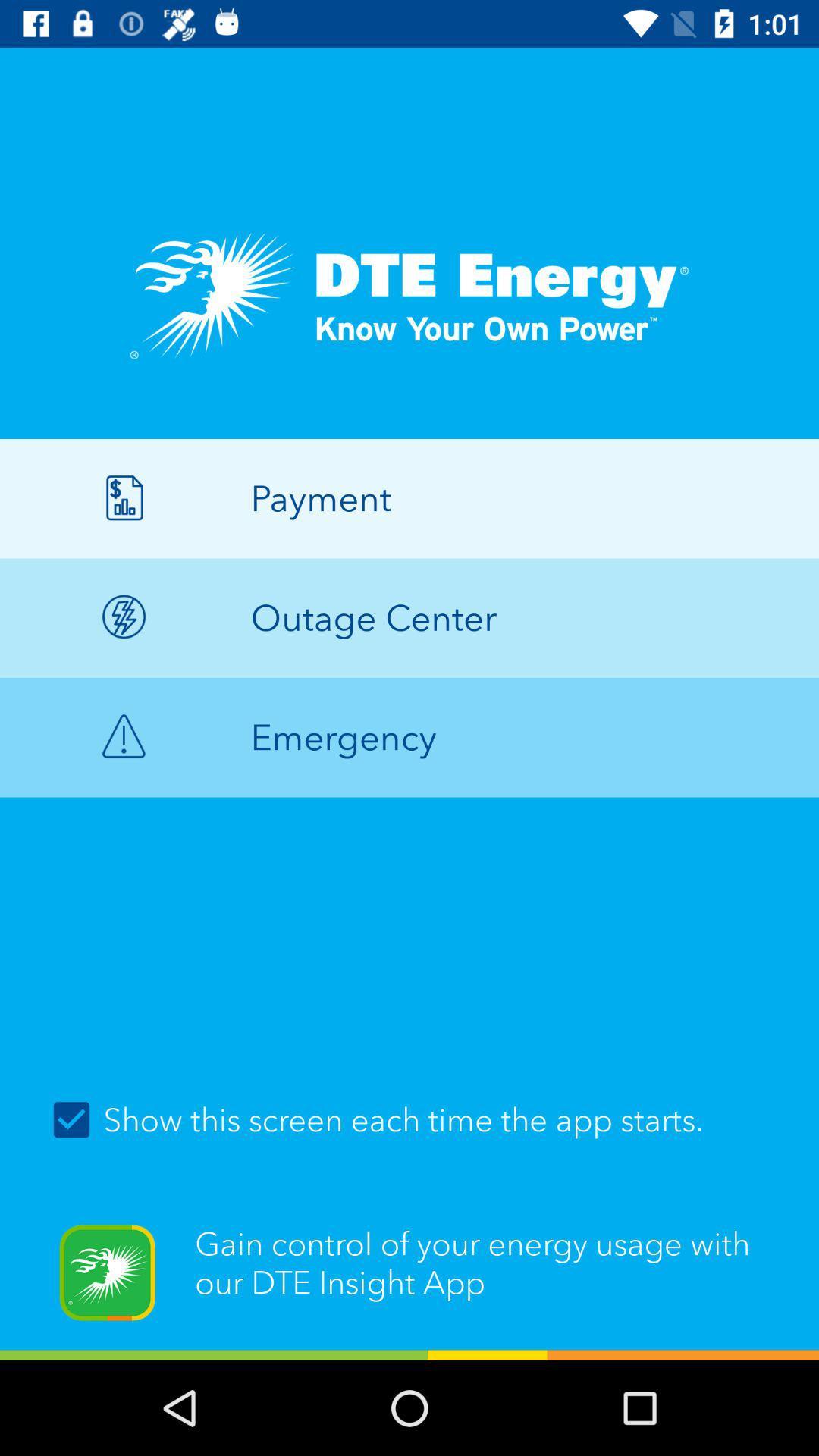  What do you see at coordinates (409, 1120) in the screenshot?
I see `item below emergency item` at bounding box center [409, 1120].